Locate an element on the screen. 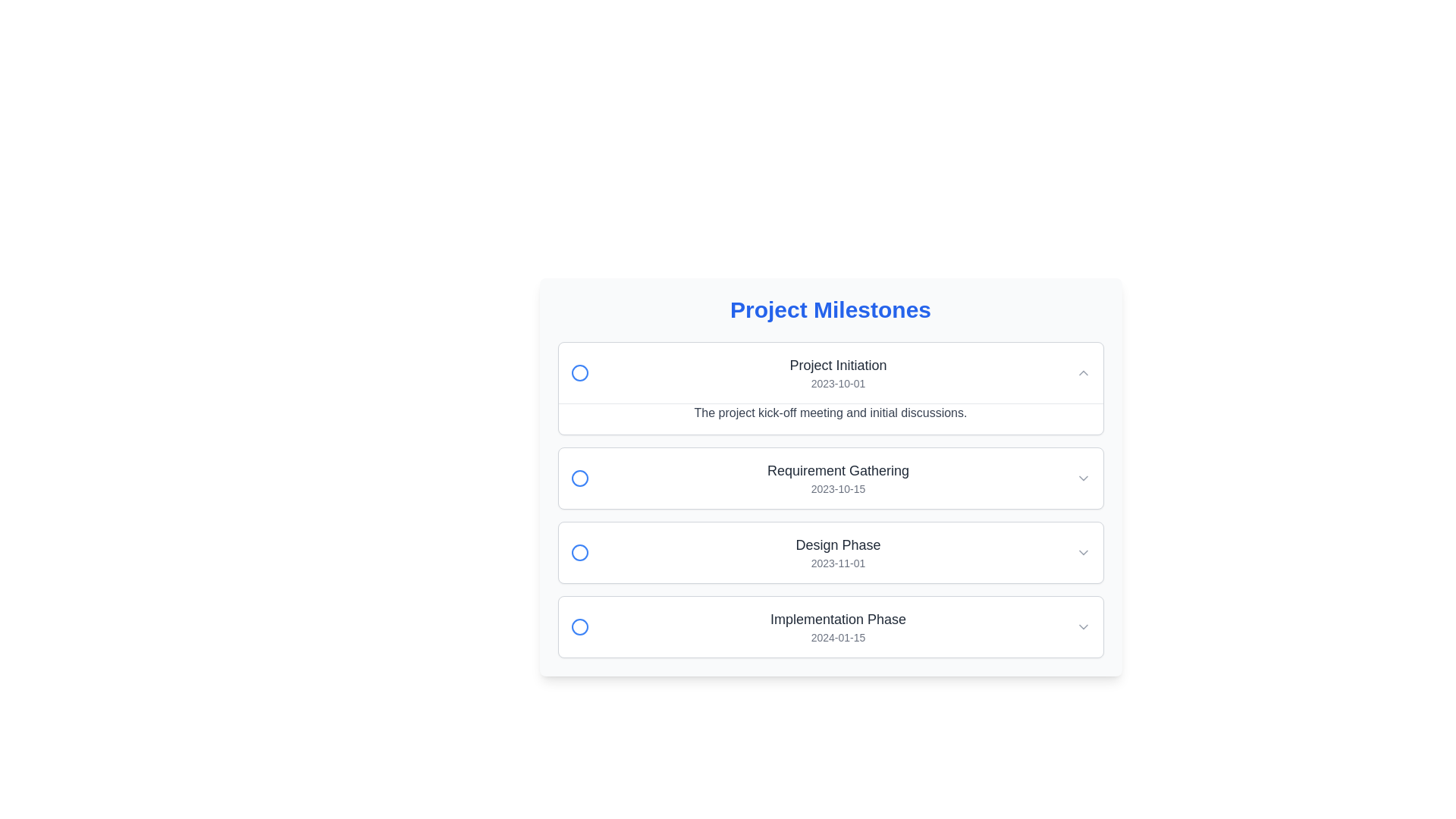 The height and width of the screenshot is (819, 1456). the text label displaying the date, which is styled in smaller light gray text directly below the 'Implementation Phase' title in the 'Project Milestones' section is located at coordinates (837, 637).